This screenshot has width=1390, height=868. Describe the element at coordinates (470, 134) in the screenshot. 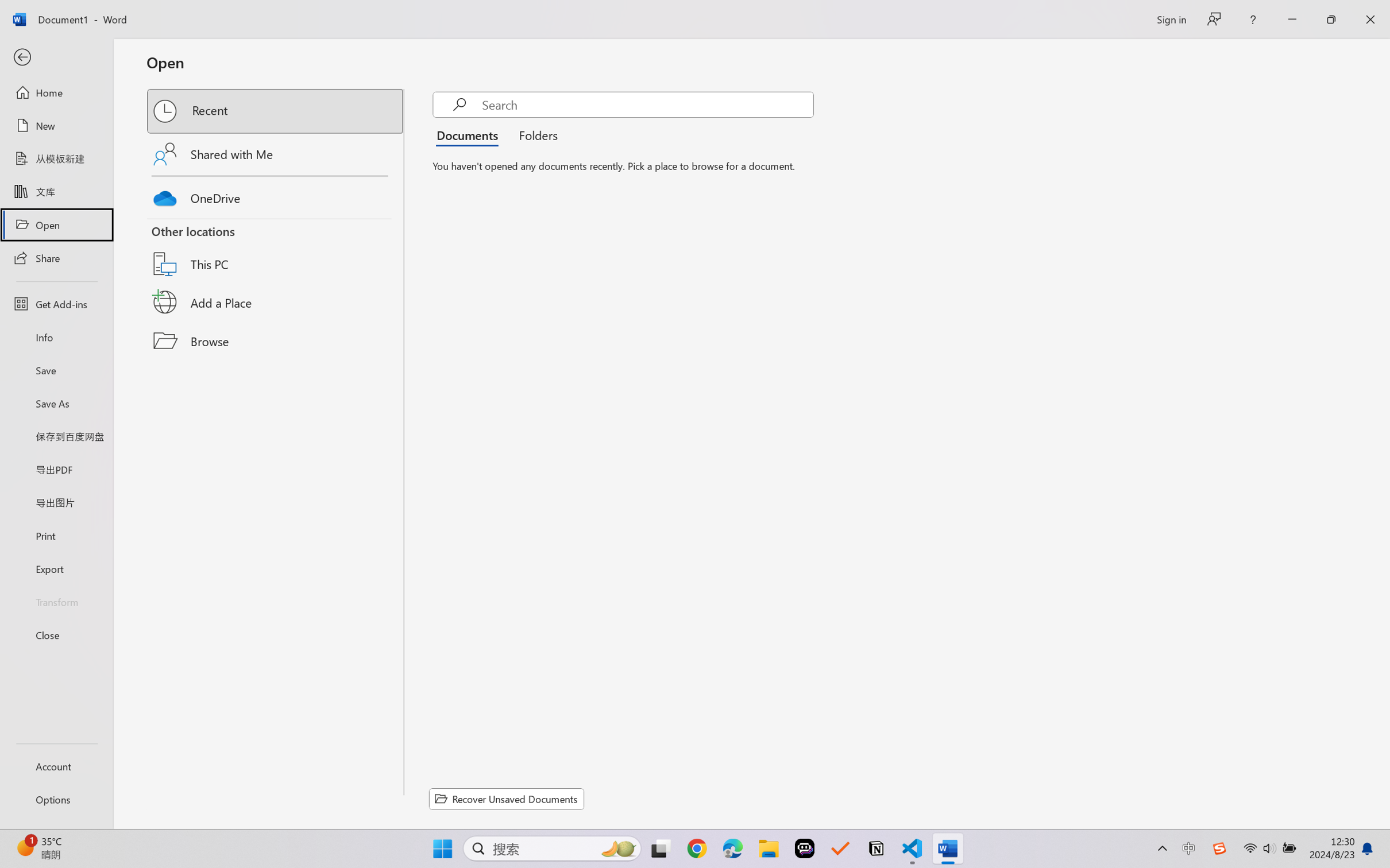

I see `'Documents'` at that location.